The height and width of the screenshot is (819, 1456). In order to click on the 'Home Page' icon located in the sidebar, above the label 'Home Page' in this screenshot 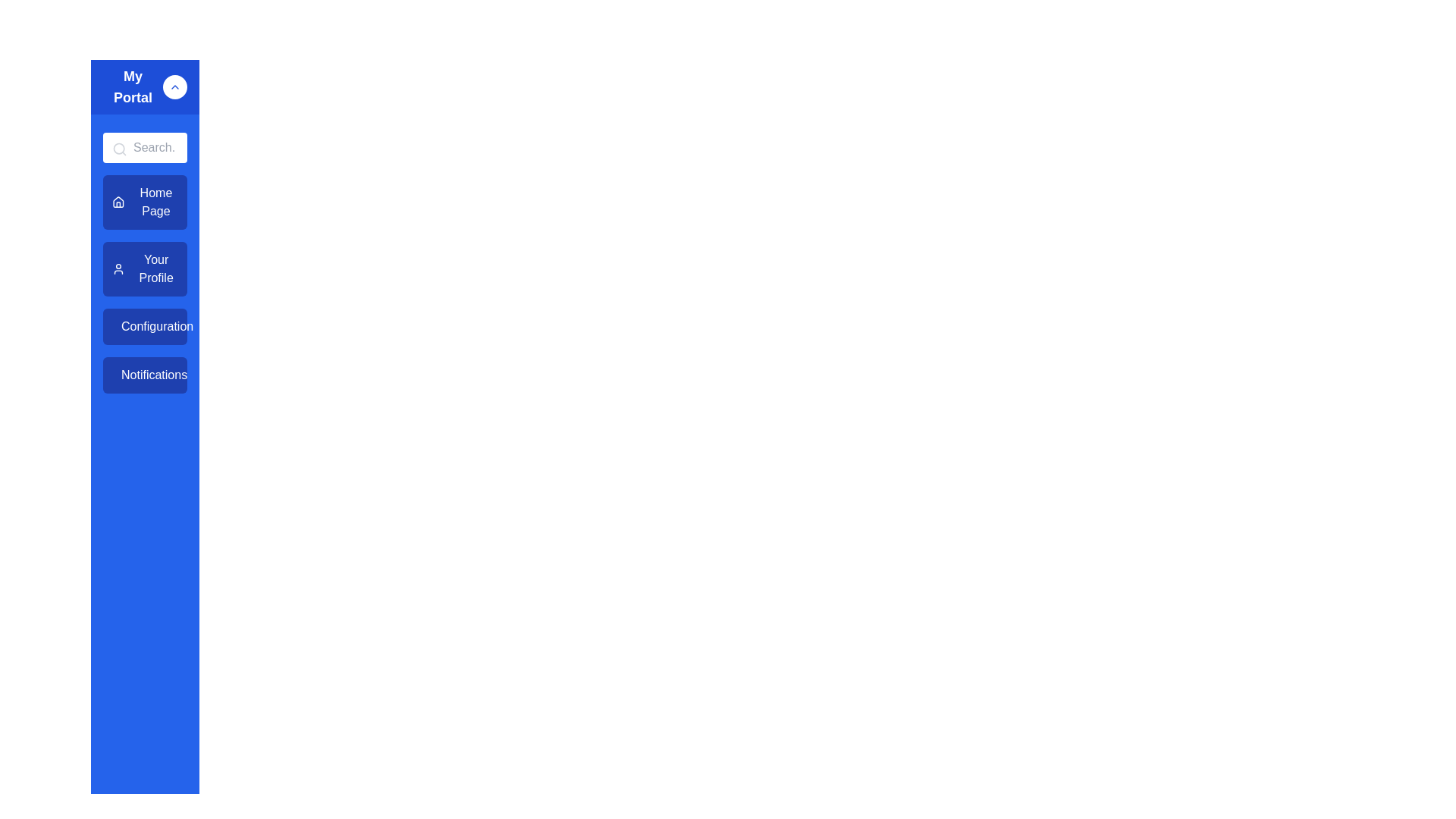, I will do `click(118, 201)`.